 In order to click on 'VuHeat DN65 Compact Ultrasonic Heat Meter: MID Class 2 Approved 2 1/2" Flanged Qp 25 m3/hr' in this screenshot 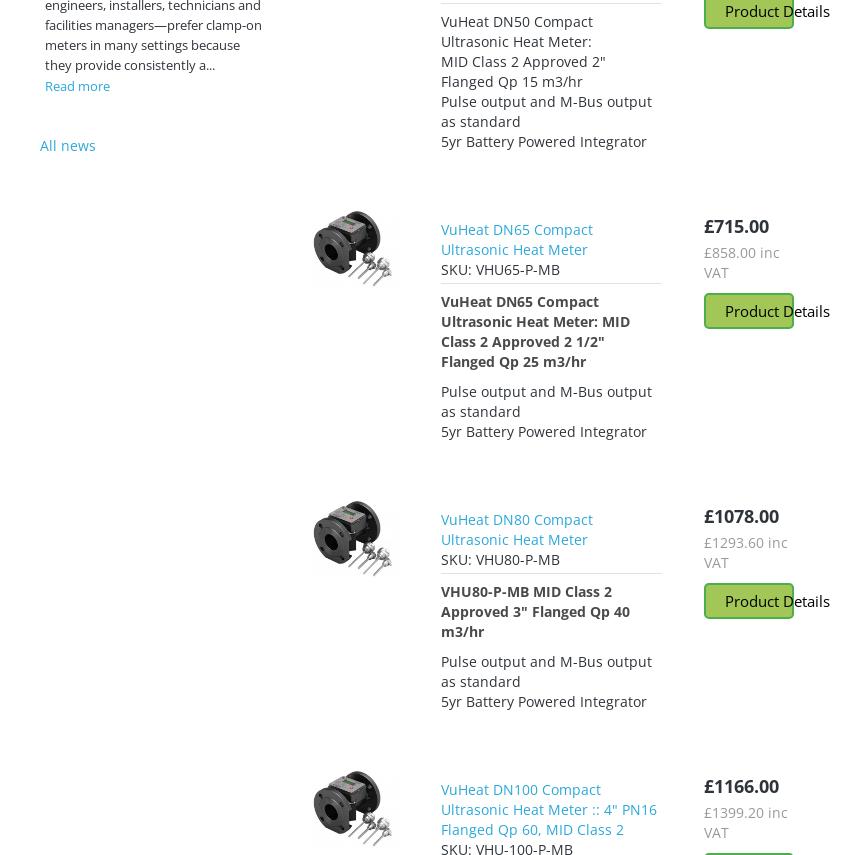, I will do `click(535, 331)`.